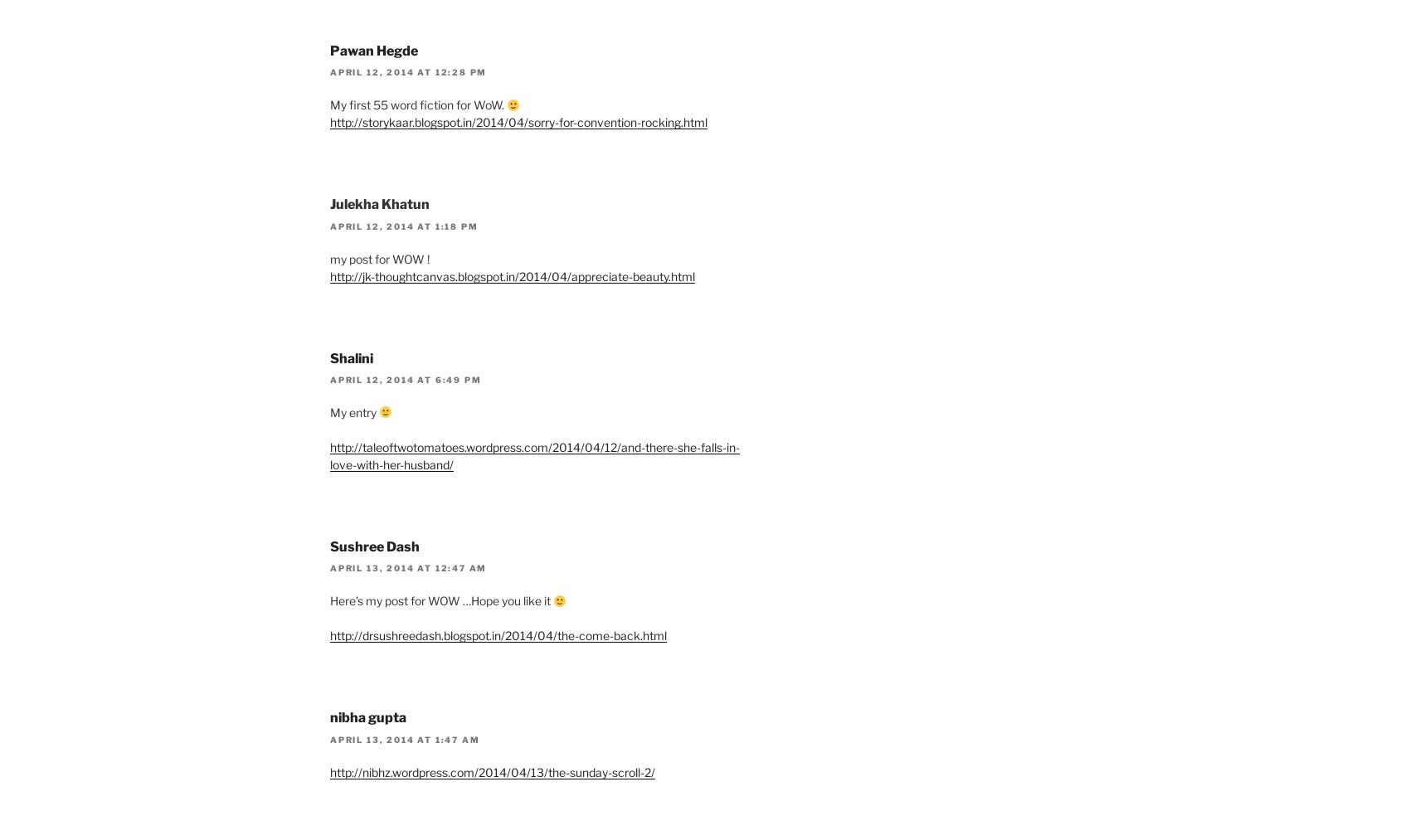 This screenshot has height=840, width=1410. What do you see at coordinates (368, 716) in the screenshot?
I see `'nibha gupta'` at bounding box center [368, 716].